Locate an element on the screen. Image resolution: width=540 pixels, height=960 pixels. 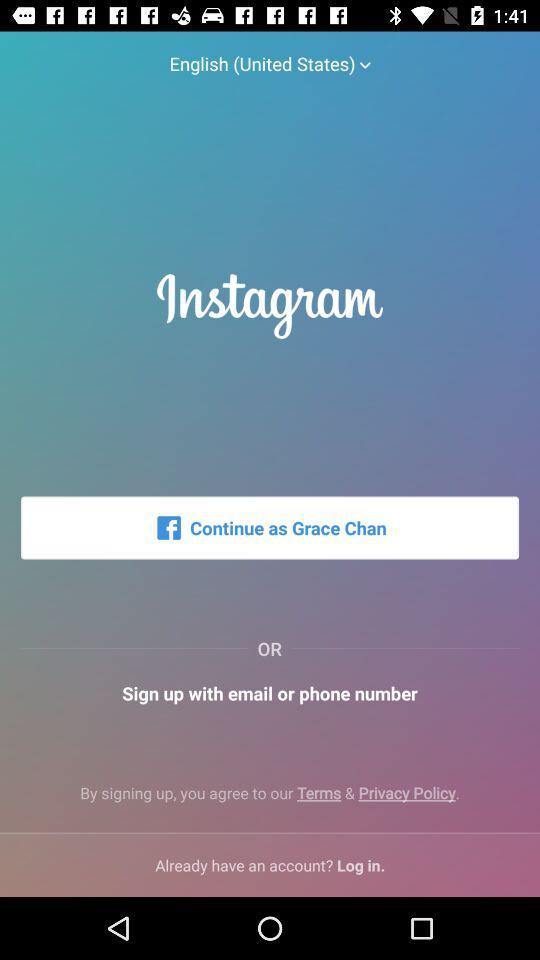
english (united states)   app is located at coordinates (270, 52).